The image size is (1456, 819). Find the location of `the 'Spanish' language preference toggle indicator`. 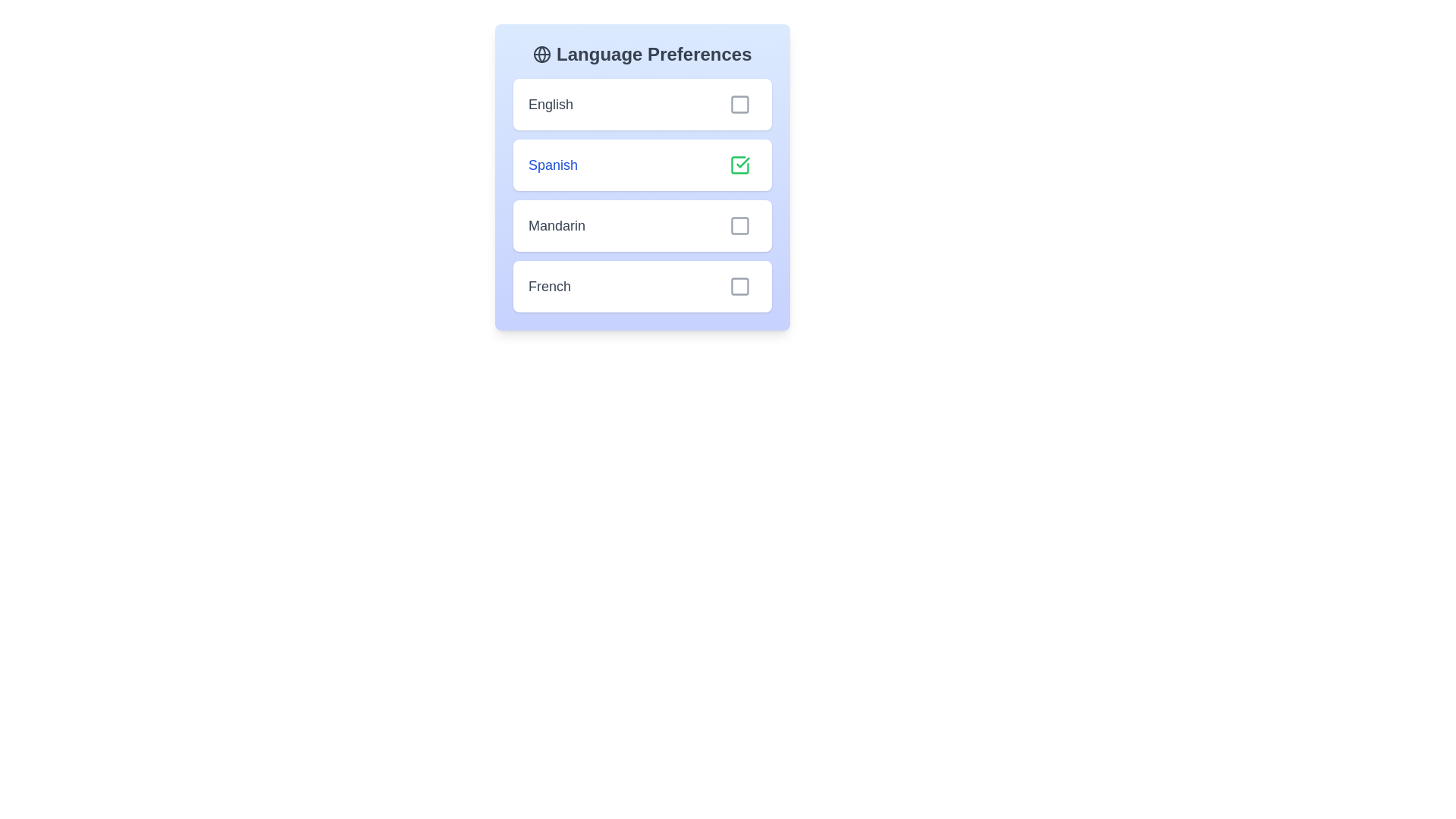

the 'Spanish' language preference toggle indicator is located at coordinates (642, 195).